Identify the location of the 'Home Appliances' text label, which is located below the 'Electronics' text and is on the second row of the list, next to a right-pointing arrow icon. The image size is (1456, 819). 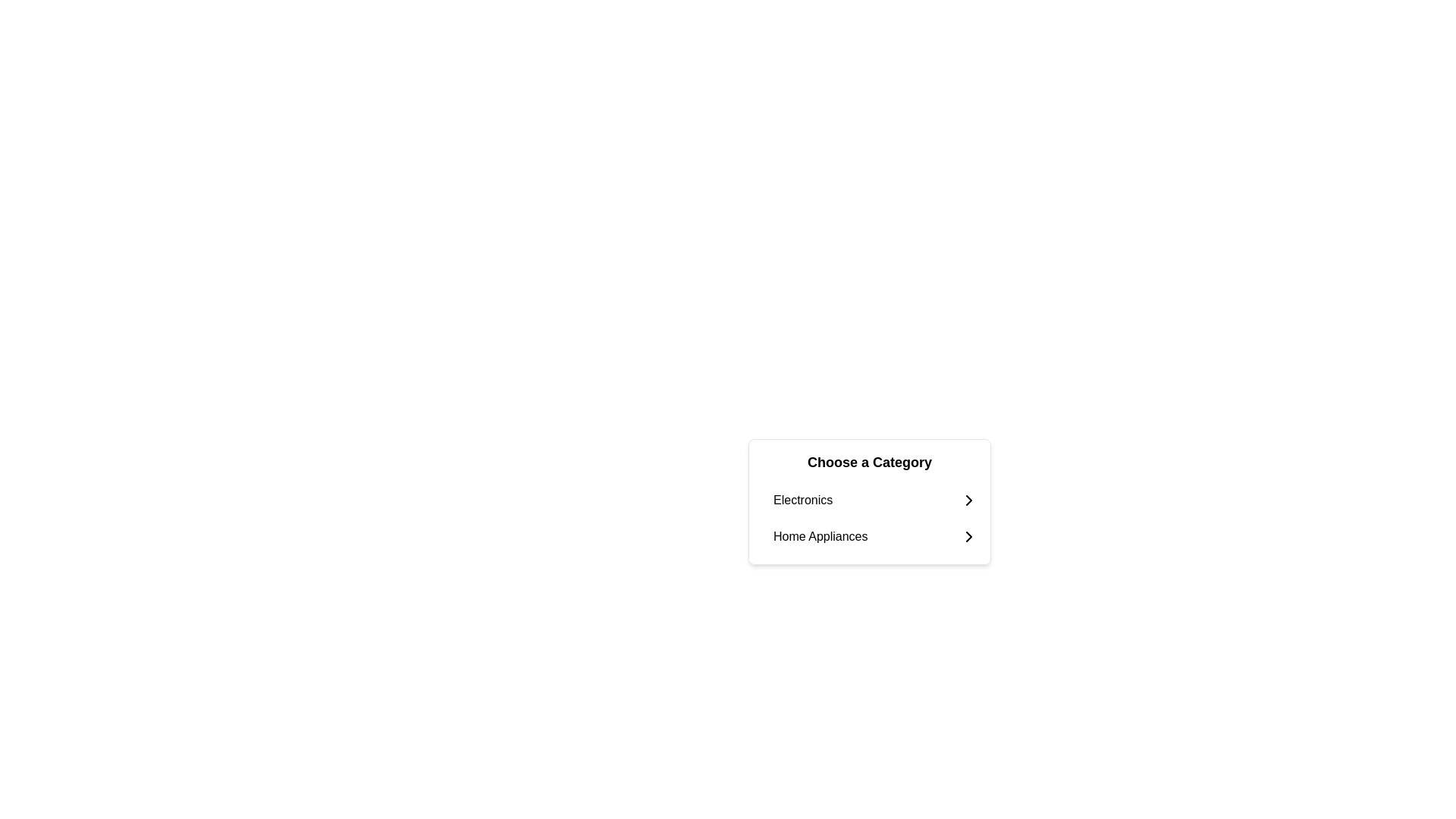
(820, 536).